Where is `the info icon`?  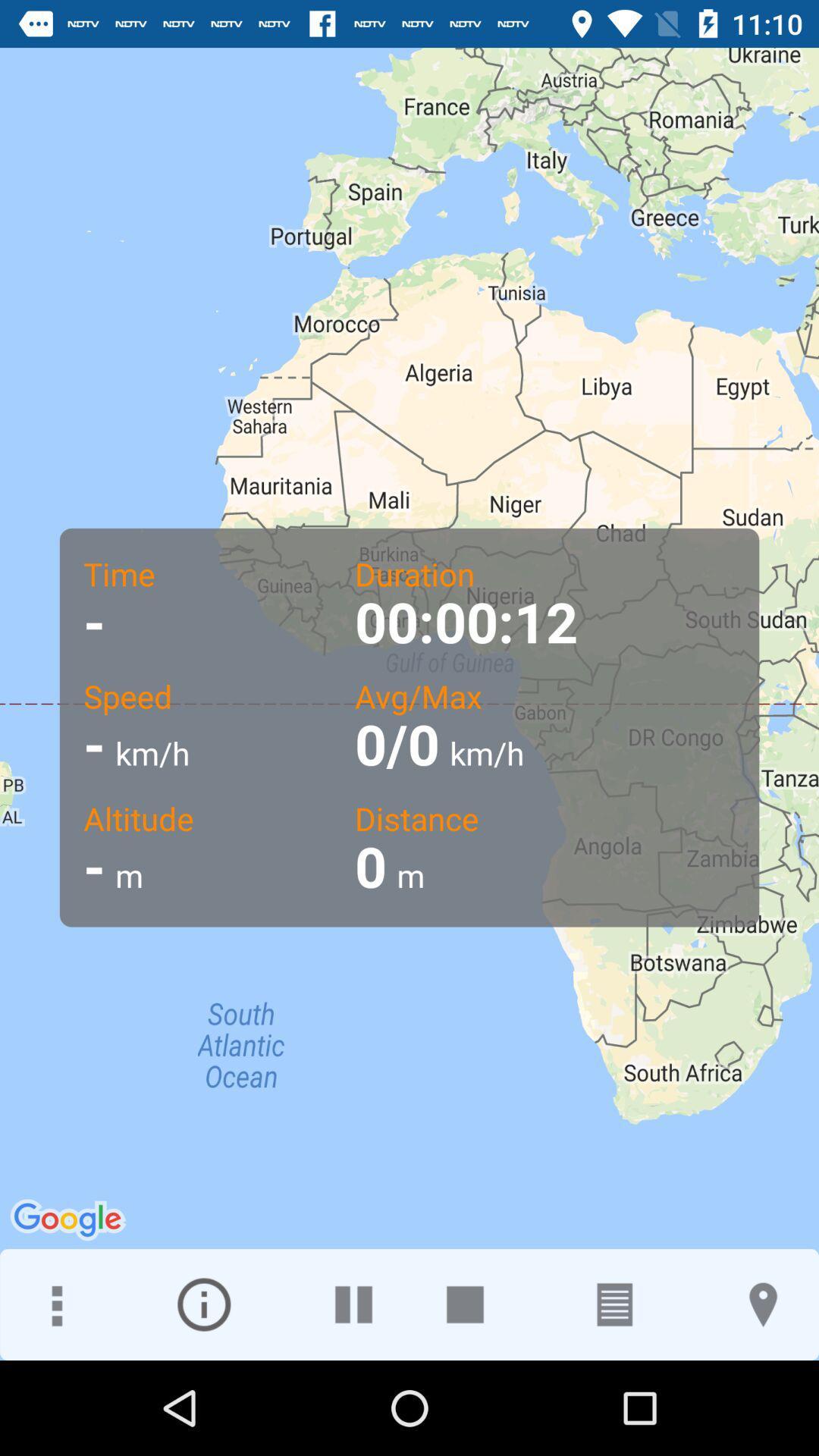 the info icon is located at coordinates (203, 1304).